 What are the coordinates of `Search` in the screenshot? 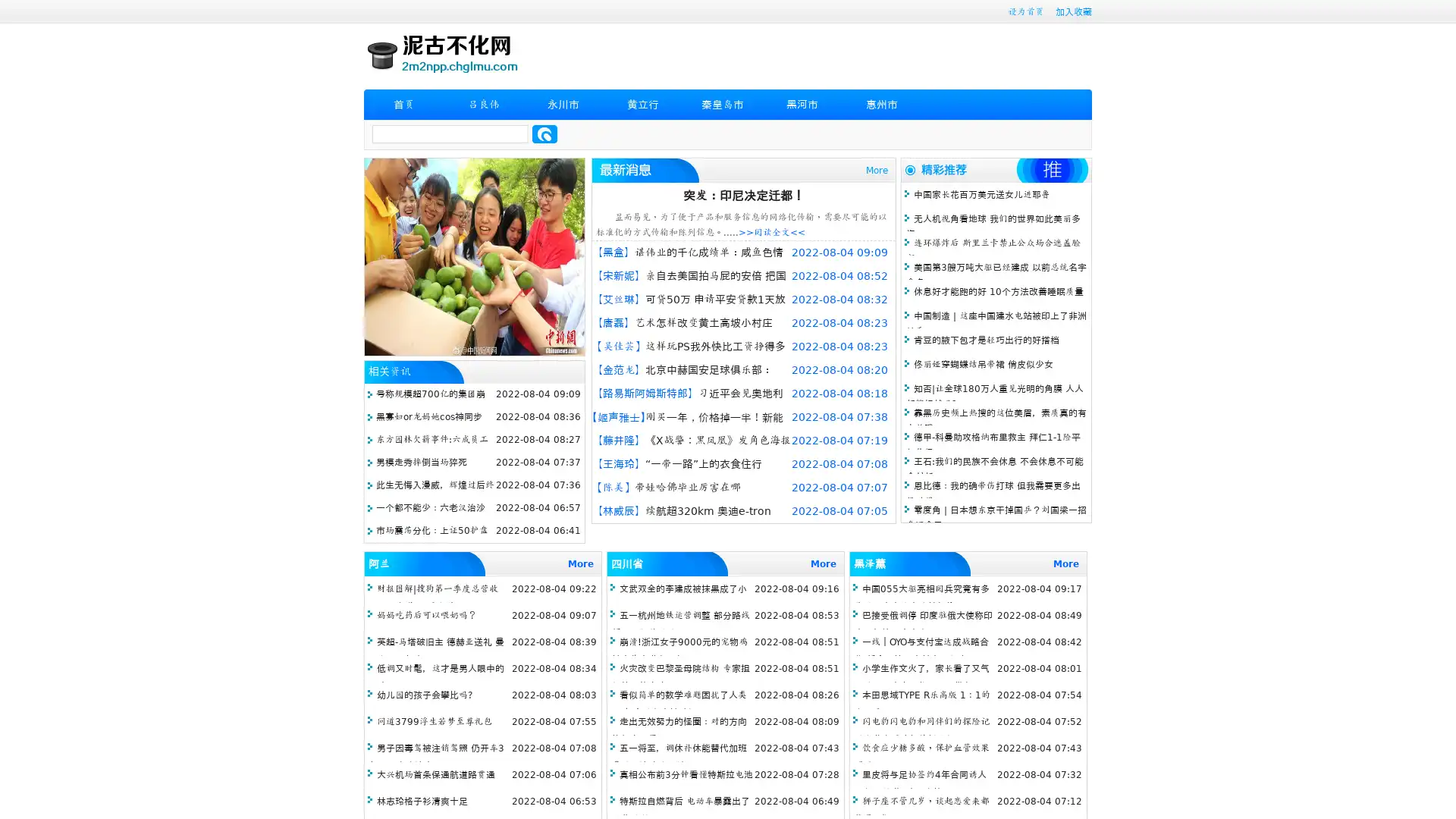 It's located at (544, 133).